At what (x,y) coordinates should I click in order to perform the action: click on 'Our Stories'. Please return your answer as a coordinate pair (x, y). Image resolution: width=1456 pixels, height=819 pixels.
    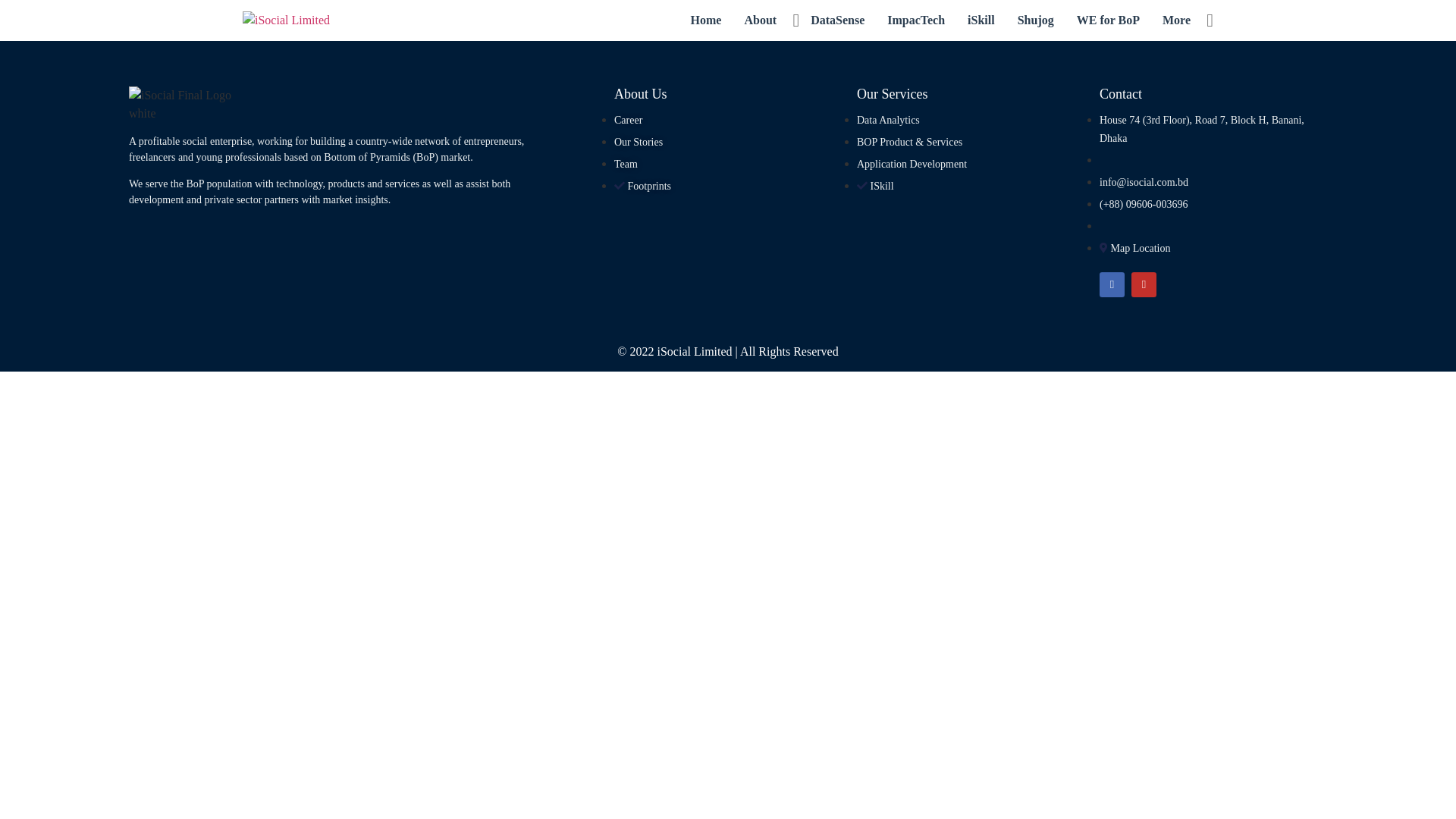
    Looking at the image, I should click on (638, 142).